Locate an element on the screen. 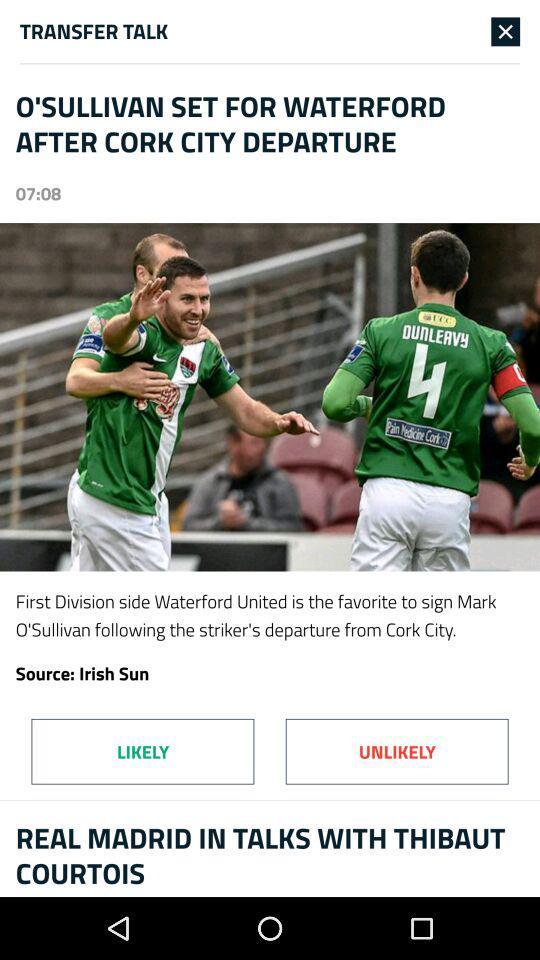 The image size is (540, 960). icon at the top right corner is located at coordinates (504, 30).